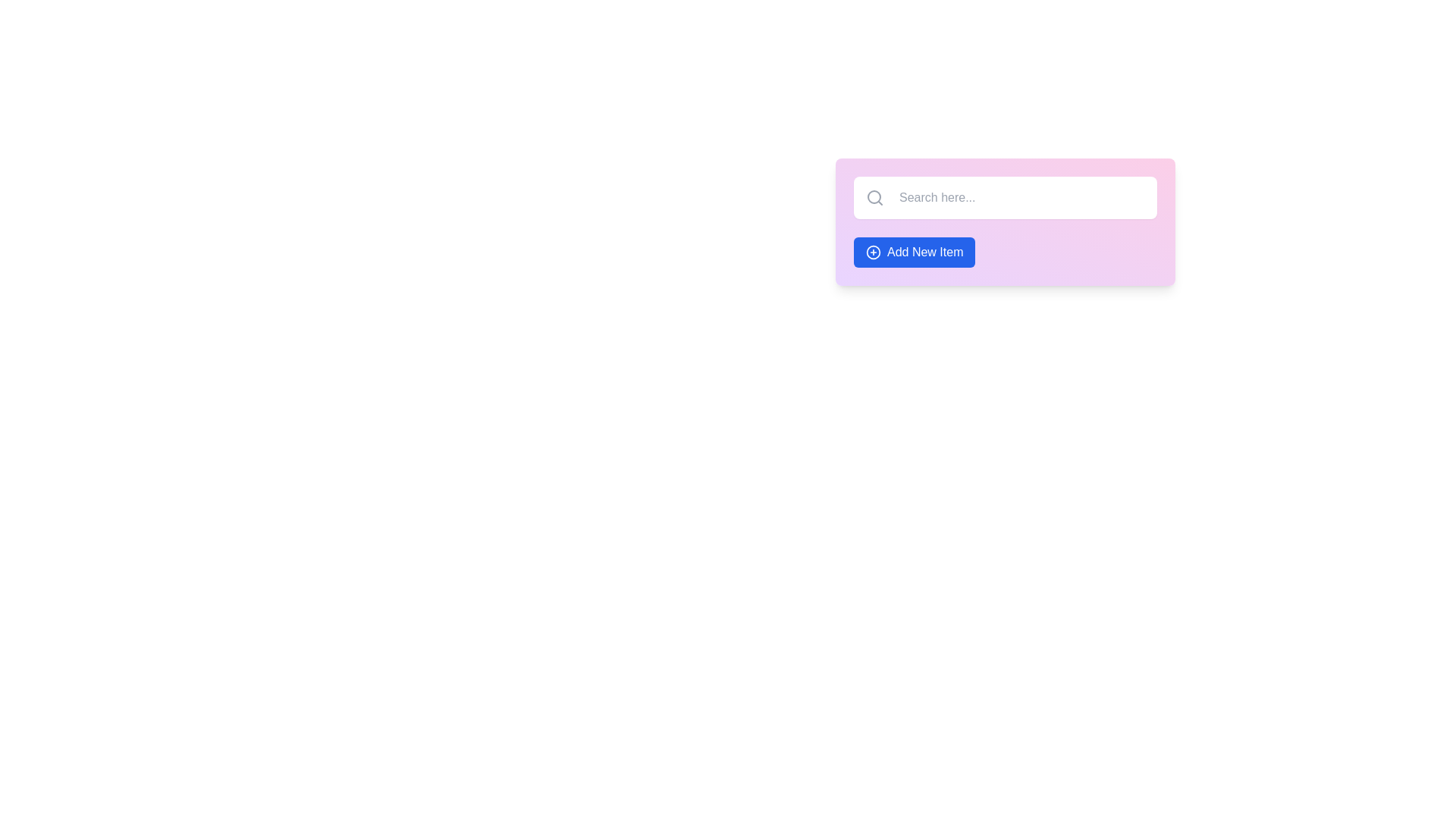 This screenshot has height=819, width=1456. What do you see at coordinates (874, 197) in the screenshot?
I see `the magnifying glass icon on the left side of the input field` at bounding box center [874, 197].